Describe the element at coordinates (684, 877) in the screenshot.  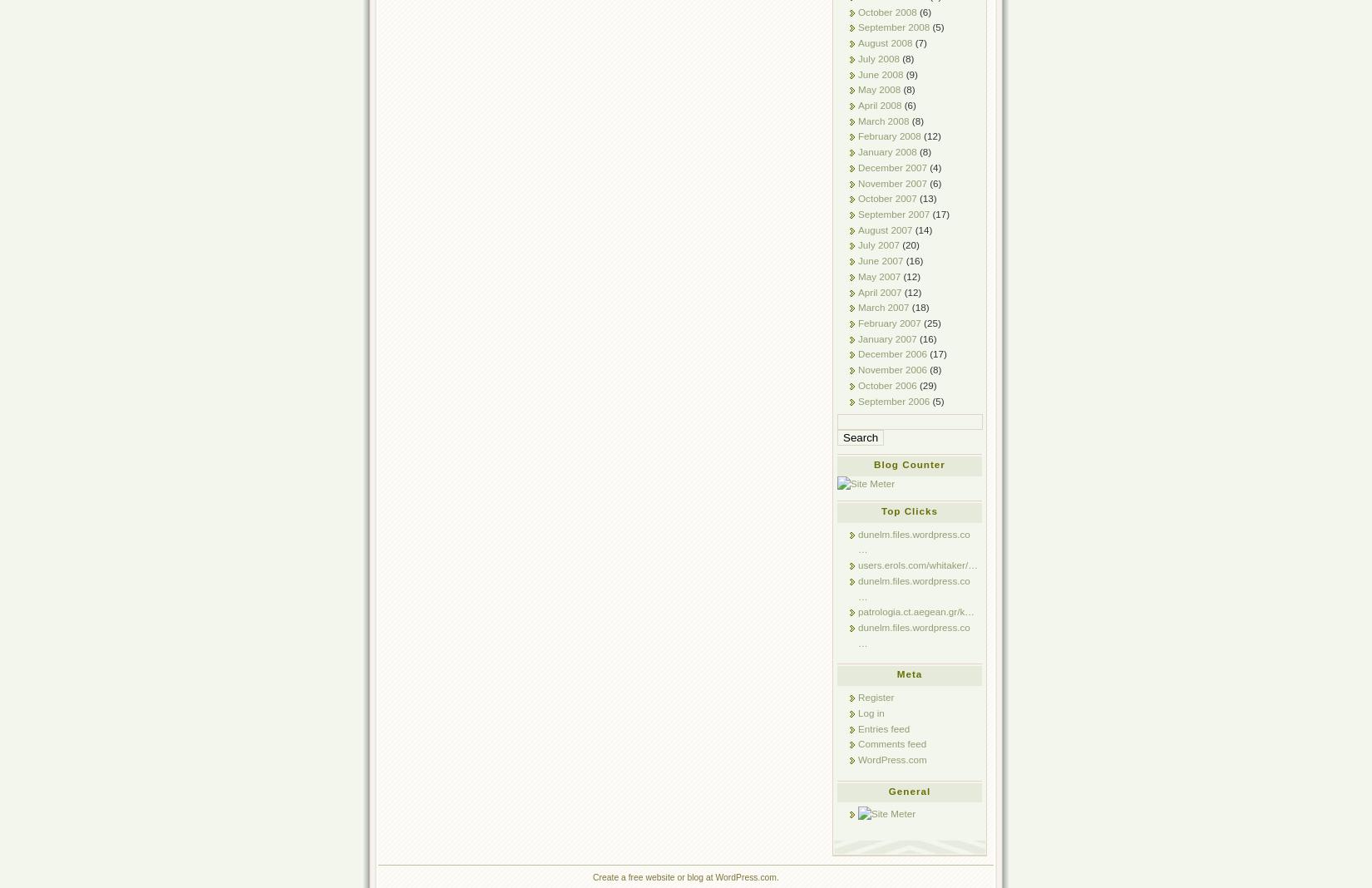
I see `'Create a free website or blog at WordPress.com.'` at that location.